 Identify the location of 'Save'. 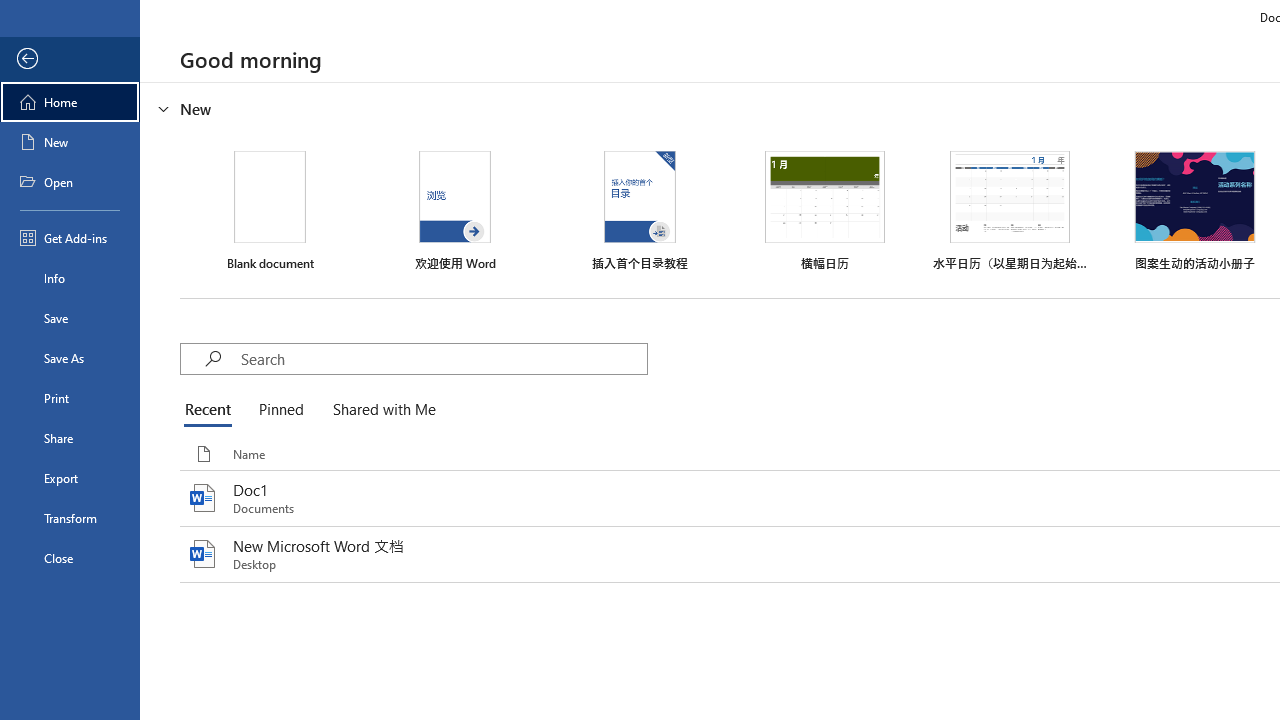
(69, 316).